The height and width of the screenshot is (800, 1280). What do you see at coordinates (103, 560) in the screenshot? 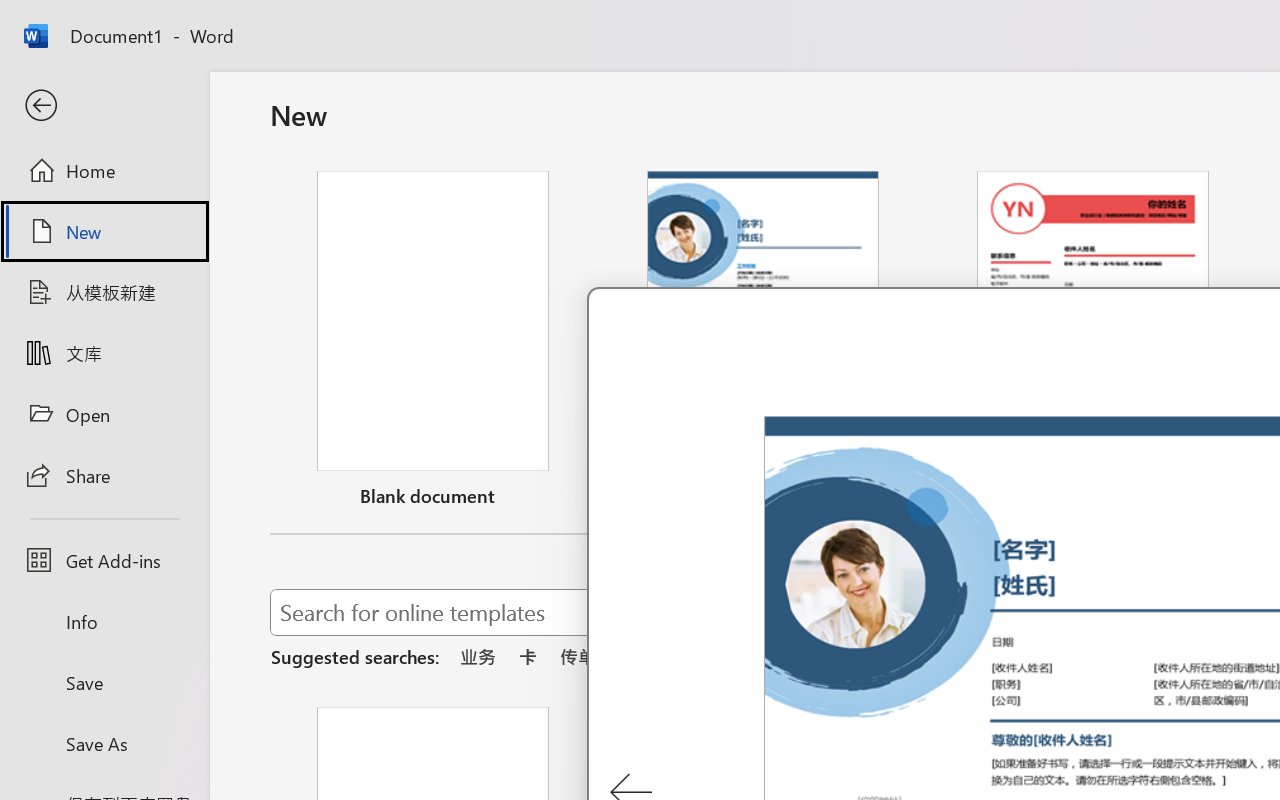
I see `'Get Add-ins'` at bounding box center [103, 560].